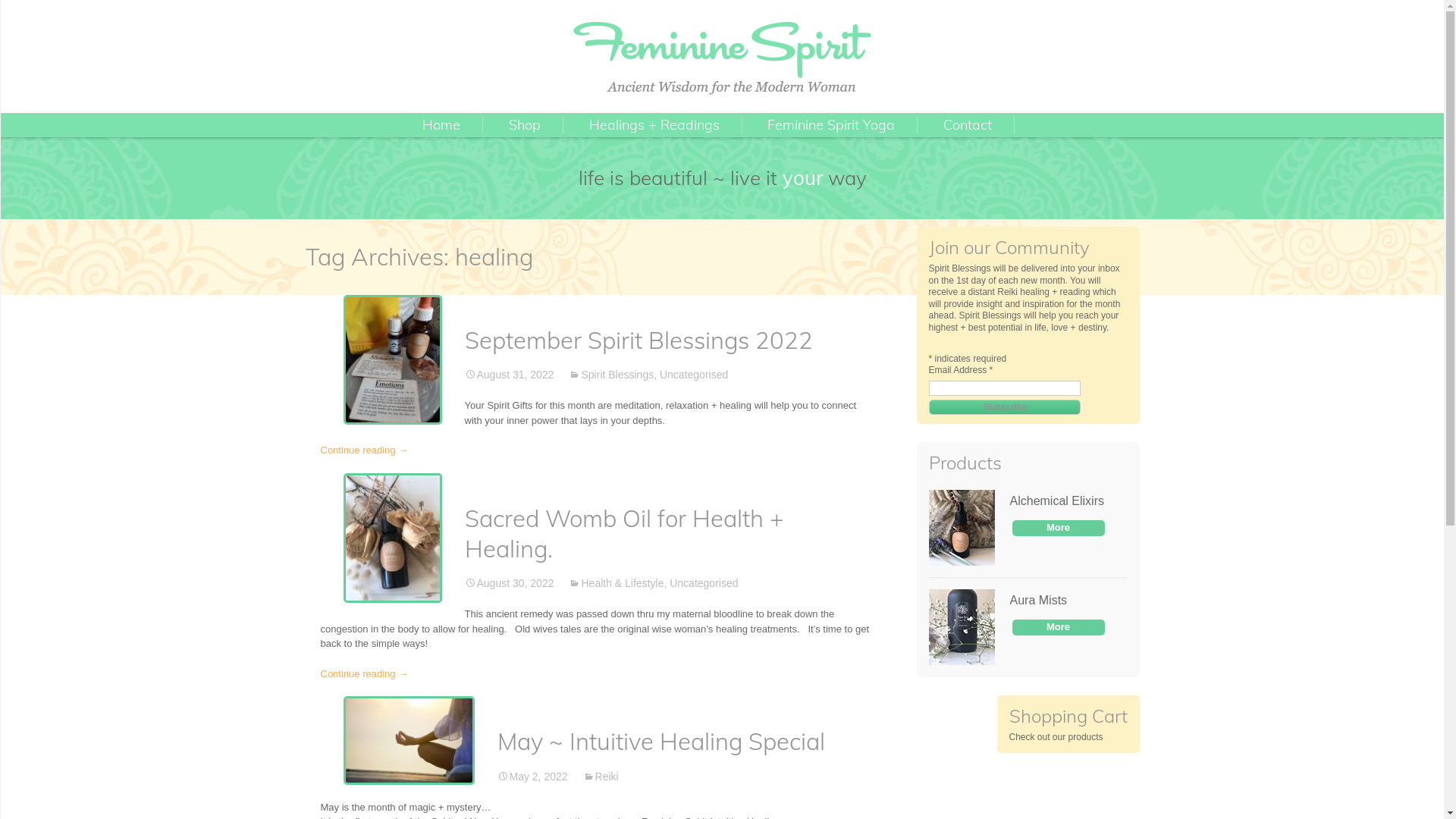  Describe the element at coordinates (600, 776) in the screenshot. I see `'Reiki'` at that location.